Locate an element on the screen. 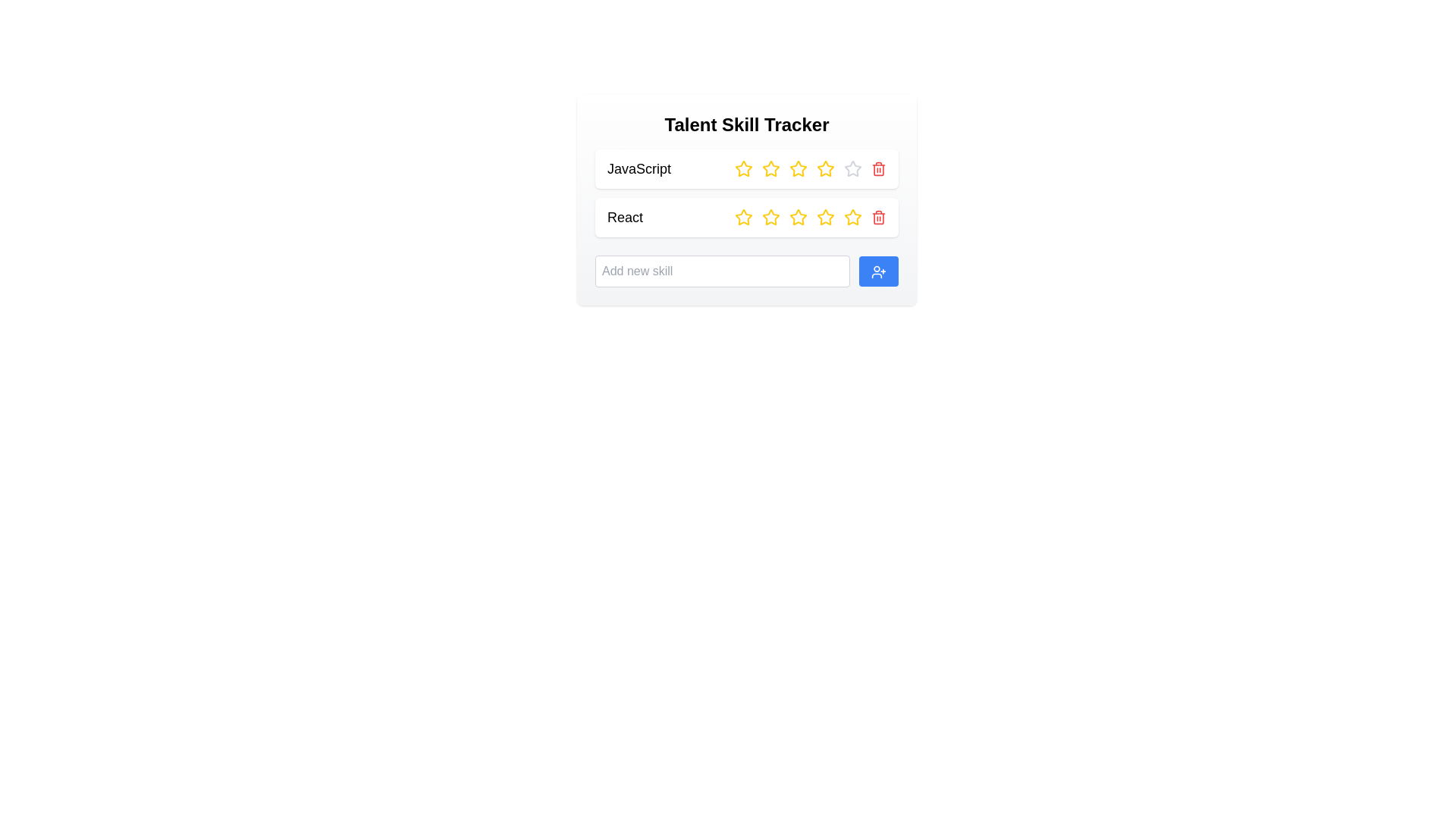  the second star icon in the horizontal row of rating stars for the 'JavaScript' skill in the 'Talent Skill Tracker' interface is located at coordinates (771, 169).